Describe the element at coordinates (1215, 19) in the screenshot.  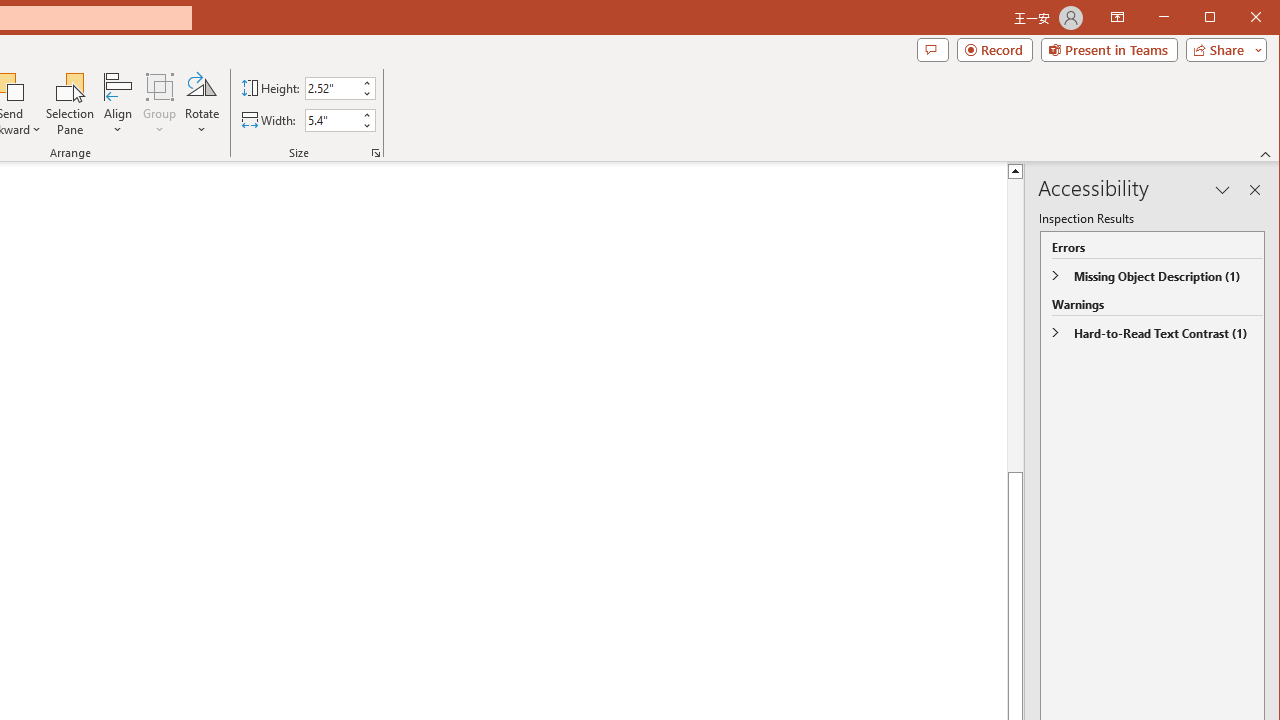
I see `'Minimize'` at that location.